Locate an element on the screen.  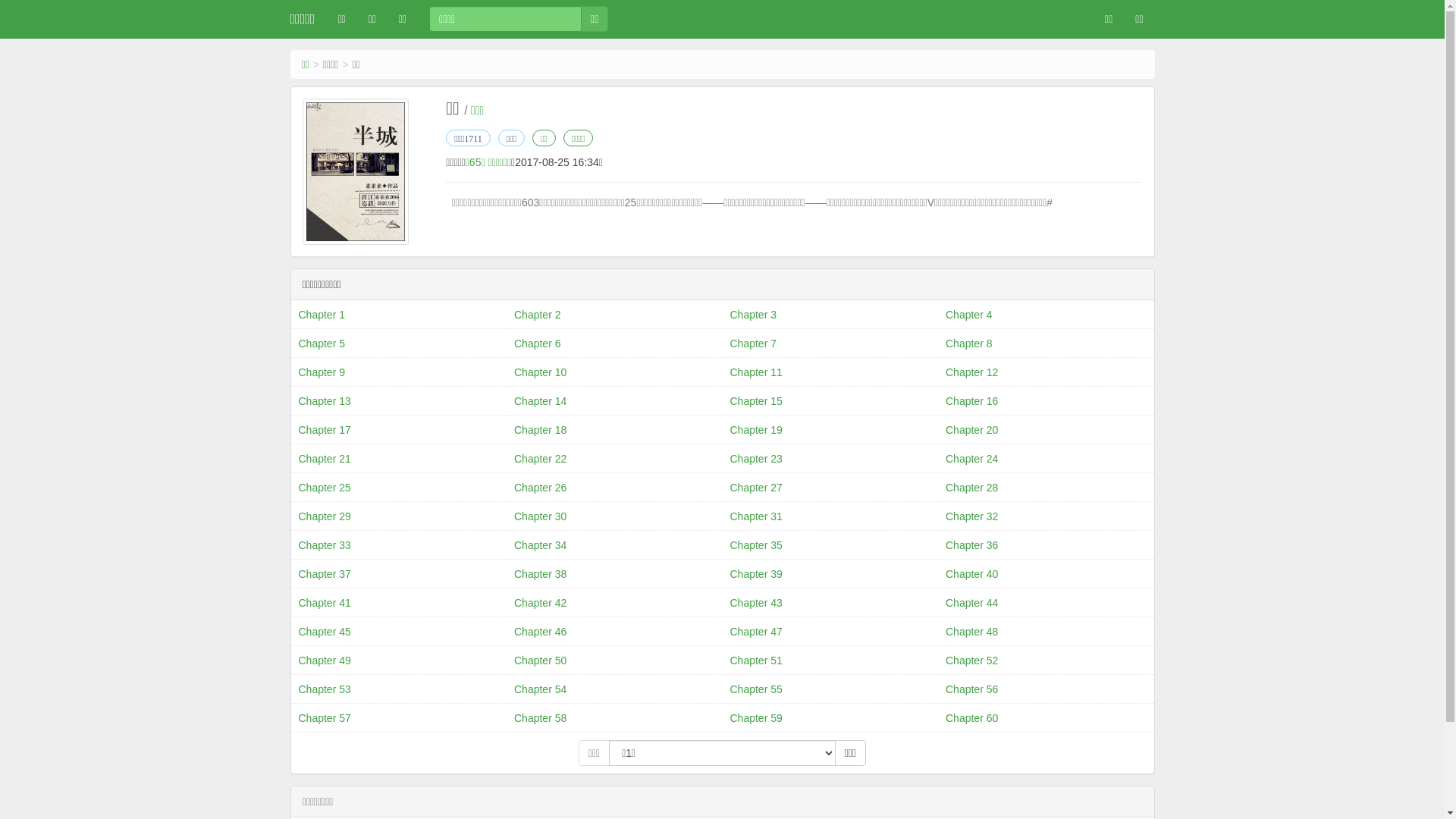
'Chapter 19' is located at coordinates (829, 430).